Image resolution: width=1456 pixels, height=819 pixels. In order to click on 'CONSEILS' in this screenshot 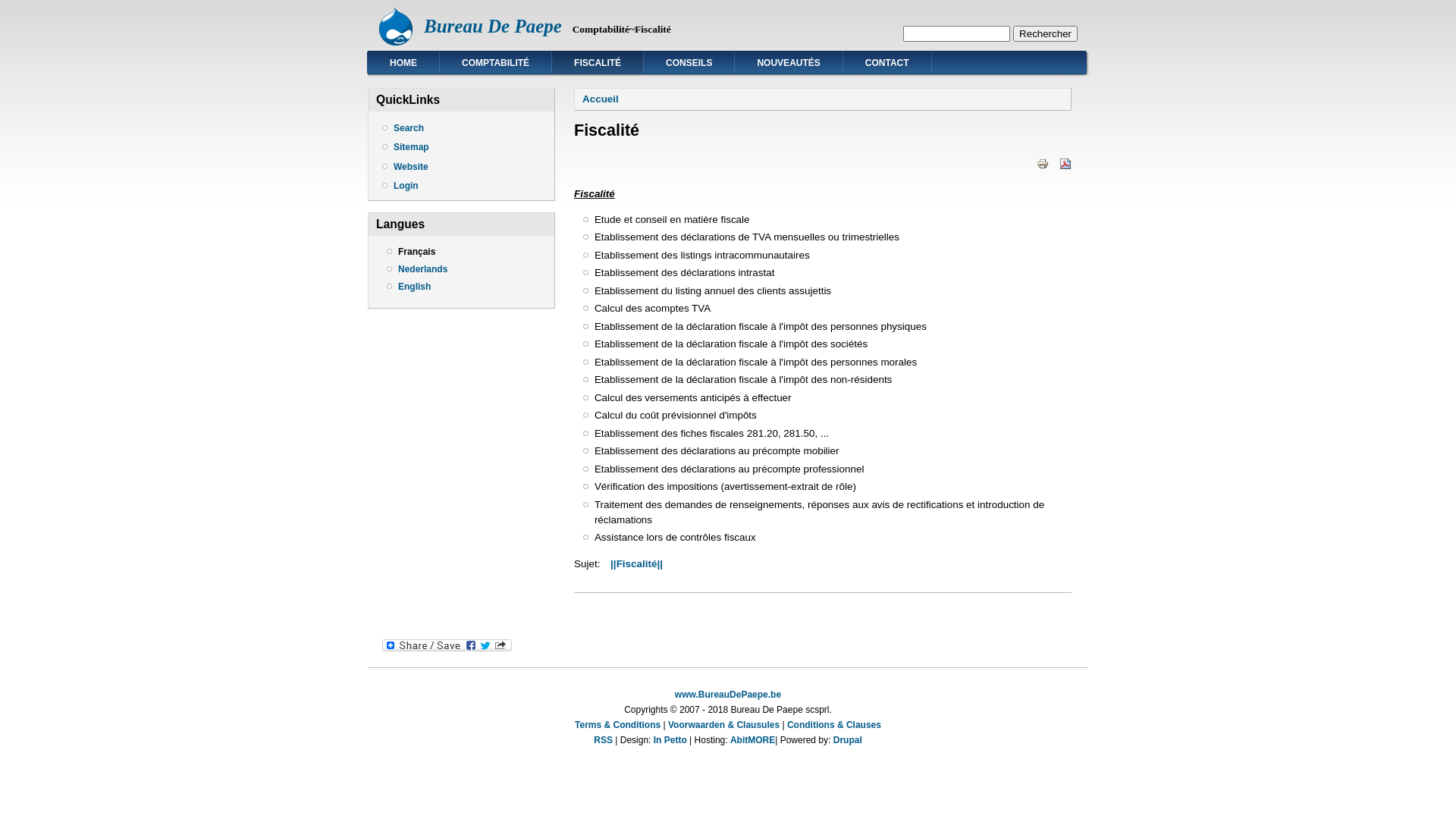, I will do `click(688, 61)`.